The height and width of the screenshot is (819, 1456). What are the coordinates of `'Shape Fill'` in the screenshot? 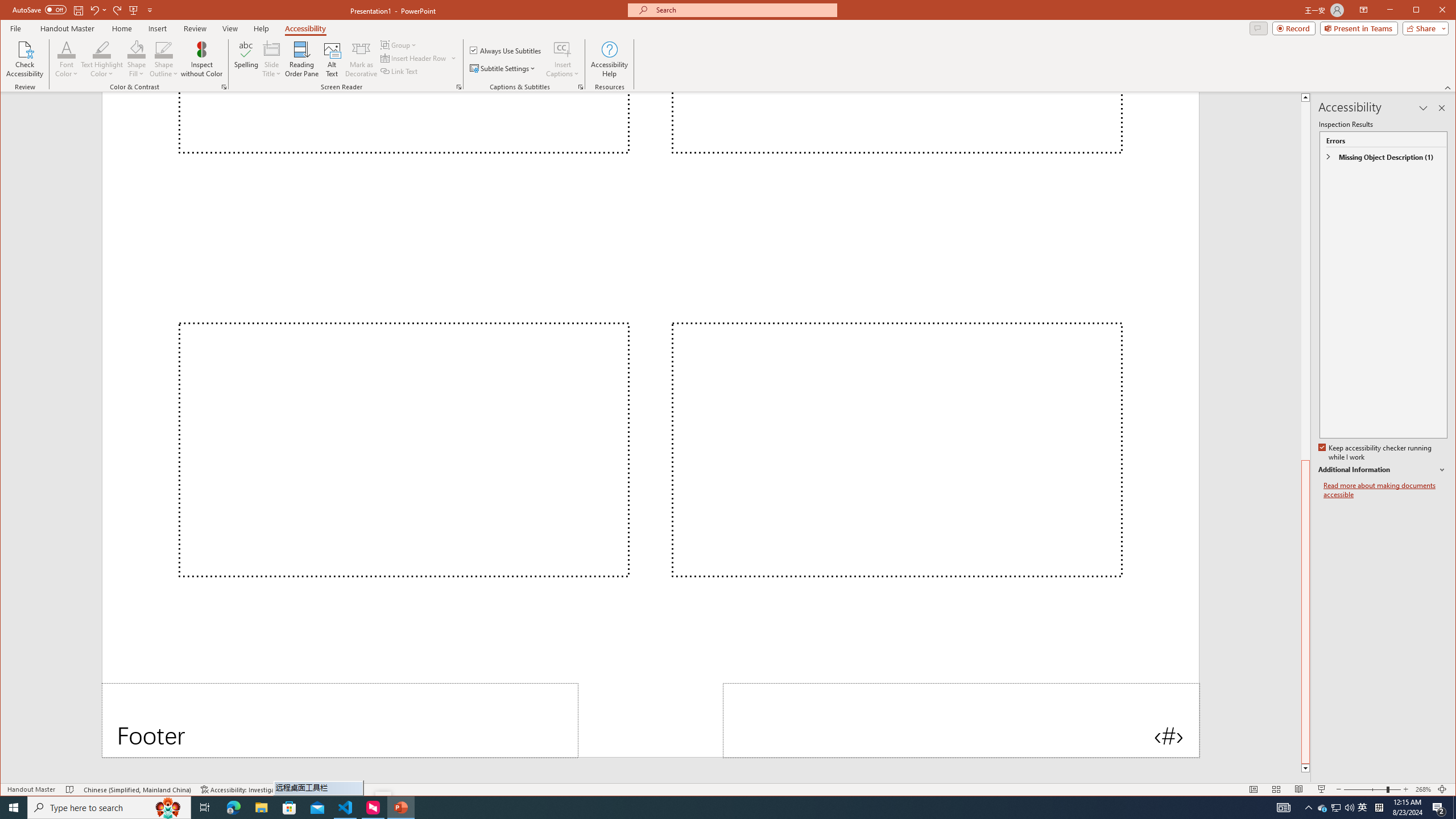 It's located at (136, 59).